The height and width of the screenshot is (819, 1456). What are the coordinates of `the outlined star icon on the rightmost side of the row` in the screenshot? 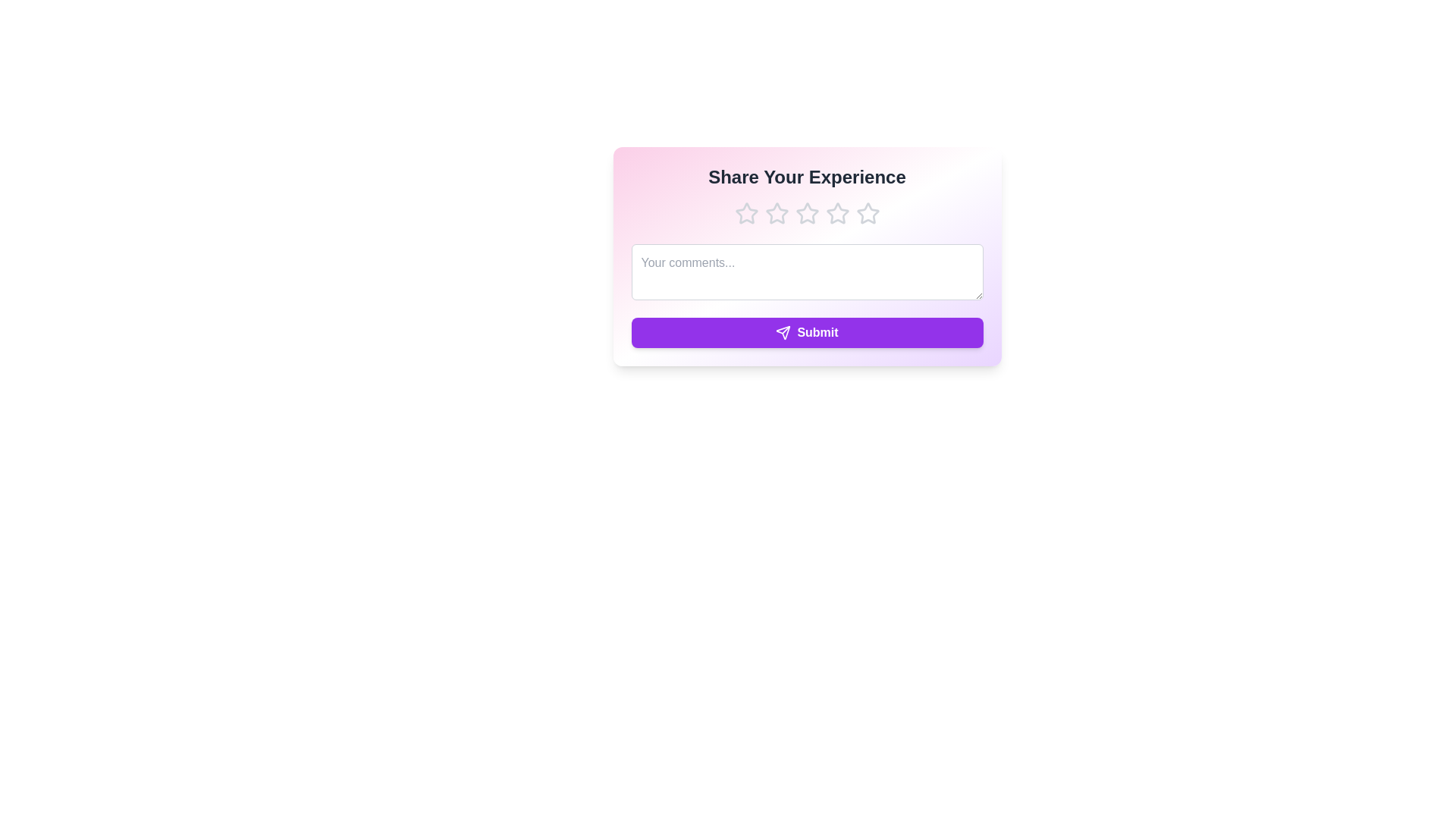 It's located at (868, 213).